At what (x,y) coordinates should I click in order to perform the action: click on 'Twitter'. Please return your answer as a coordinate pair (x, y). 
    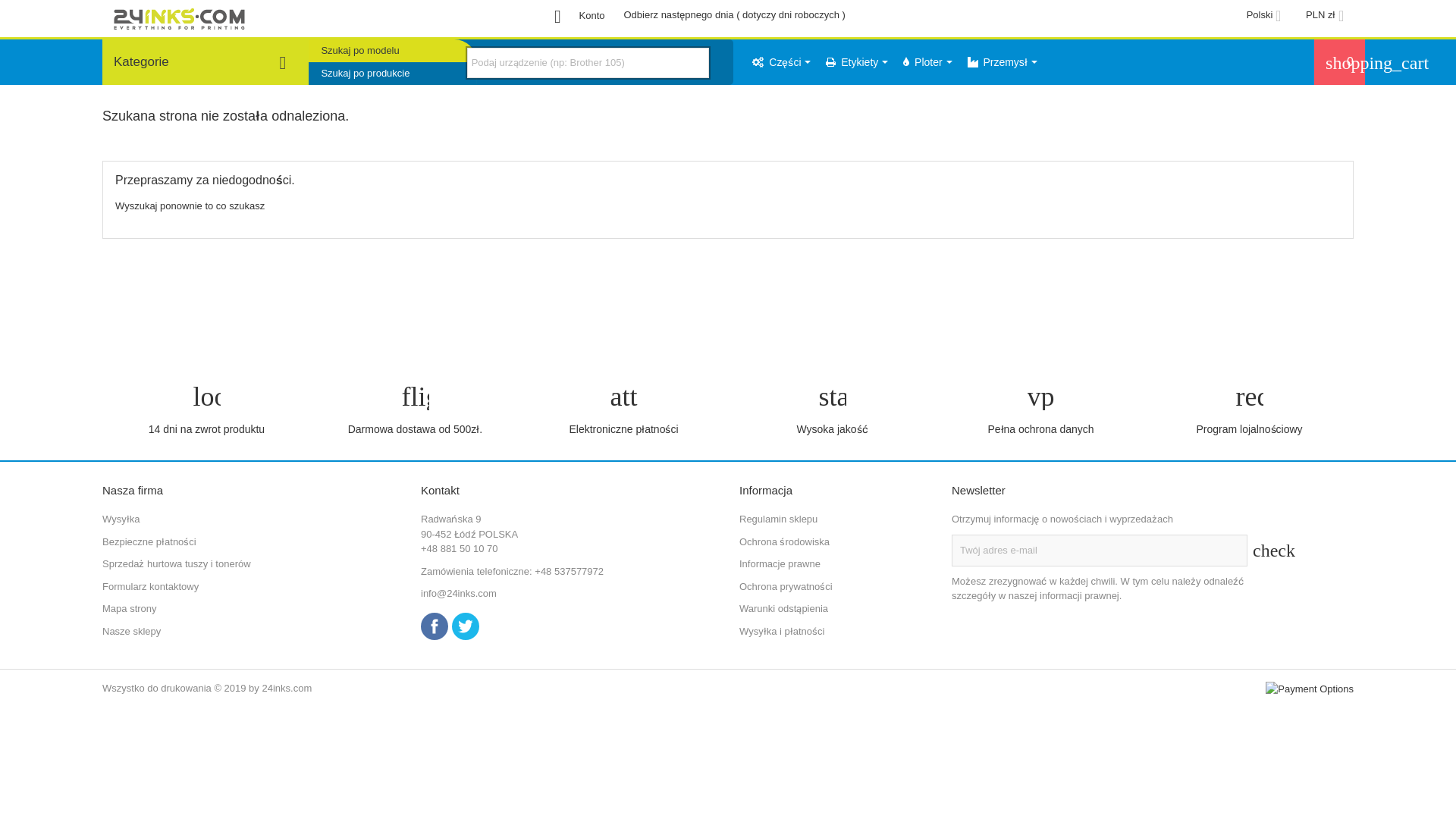
    Looking at the image, I should click on (465, 626).